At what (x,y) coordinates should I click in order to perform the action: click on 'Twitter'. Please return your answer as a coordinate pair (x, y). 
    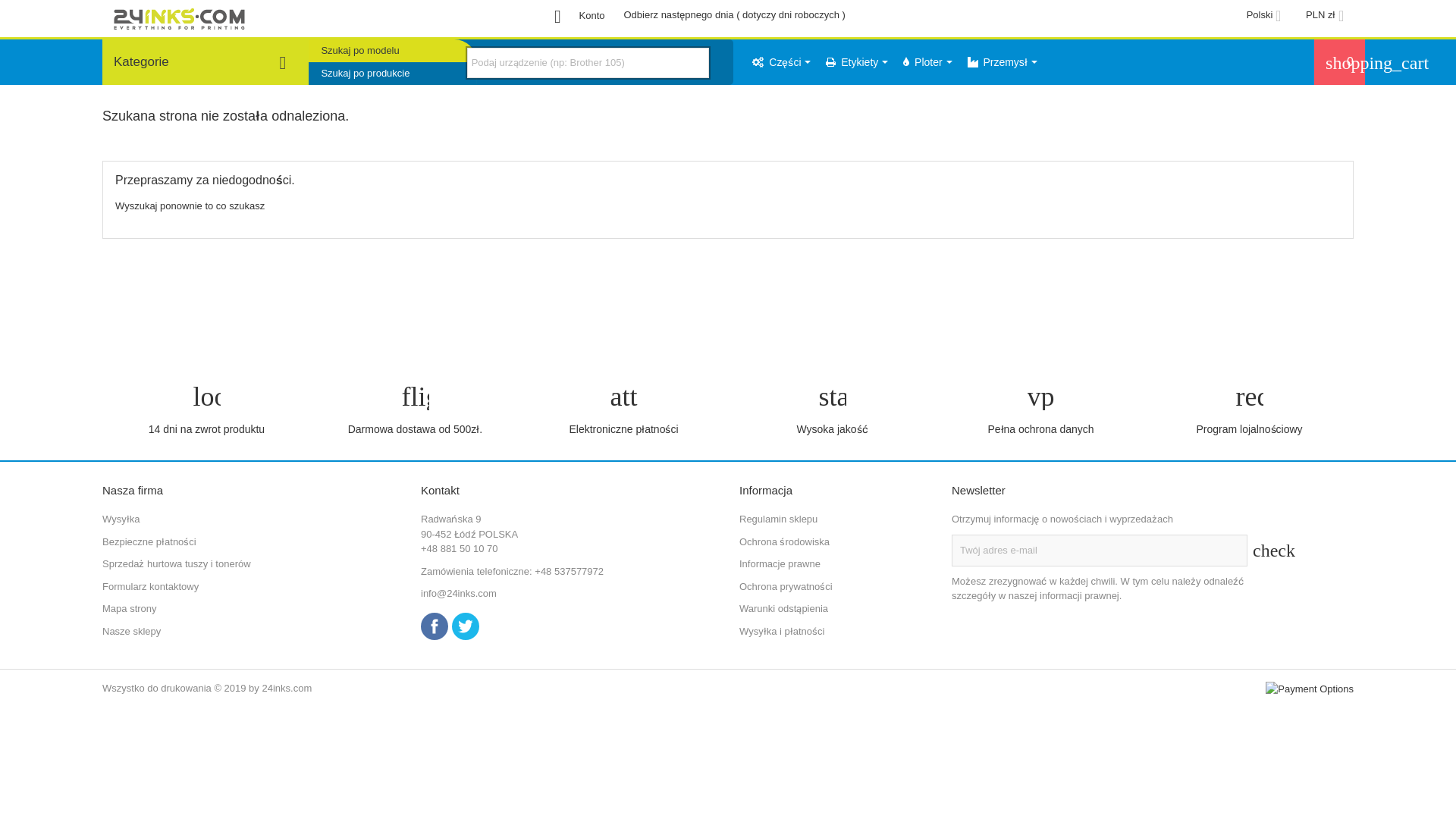
    Looking at the image, I should click on (465, 626).